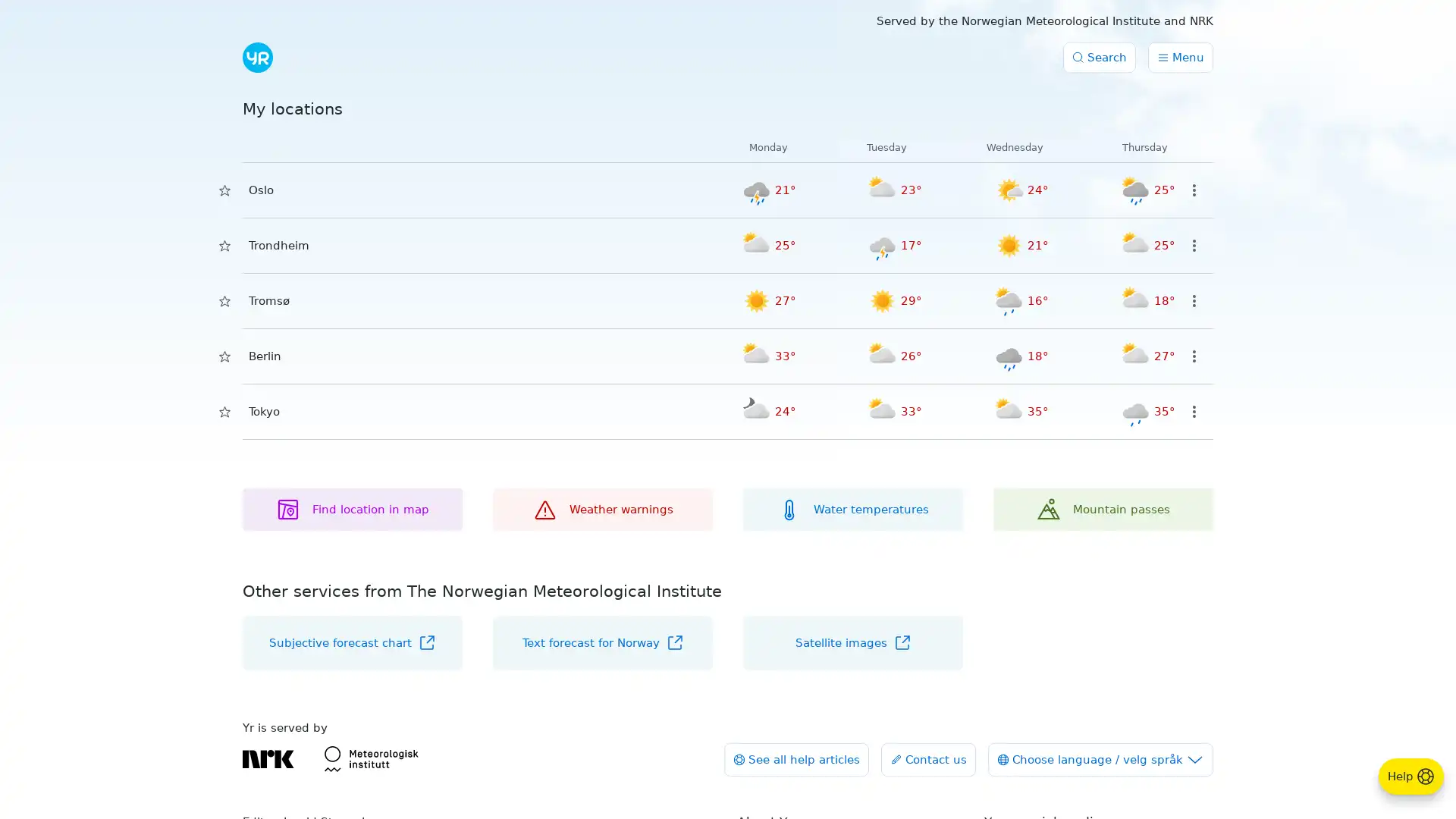 The width and height of the screenshot is (1456, 819). I want to click on Add to "My locations", so click(224, 412).